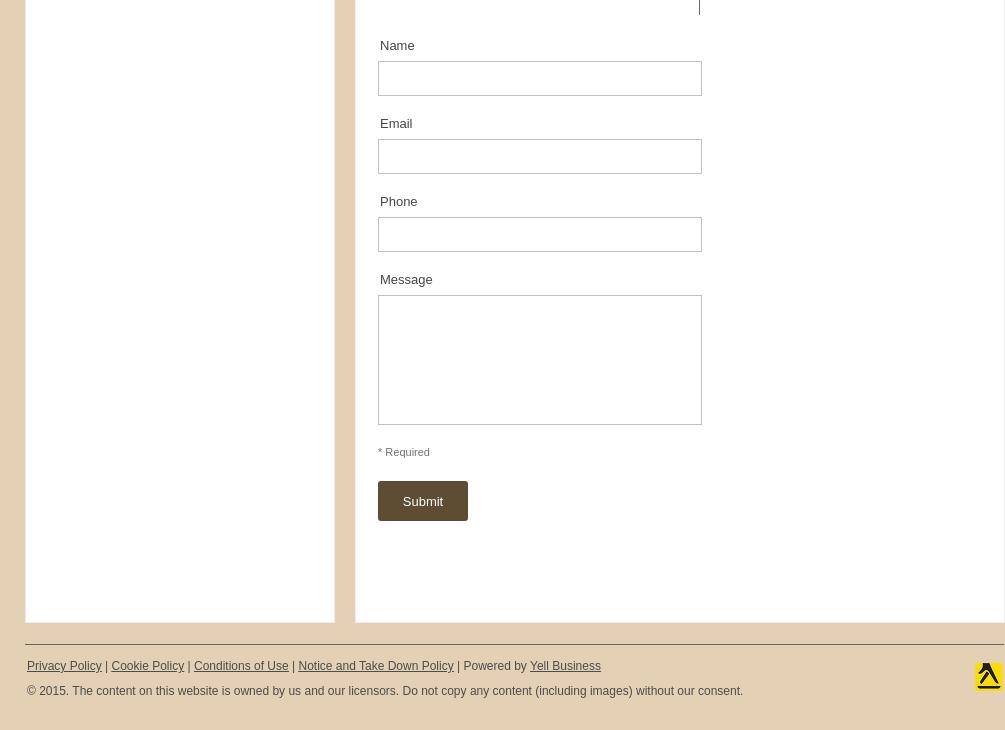 This screenshot has height=730, width=1005. I want to click on 'Conditions of Use', so click(239, 665).